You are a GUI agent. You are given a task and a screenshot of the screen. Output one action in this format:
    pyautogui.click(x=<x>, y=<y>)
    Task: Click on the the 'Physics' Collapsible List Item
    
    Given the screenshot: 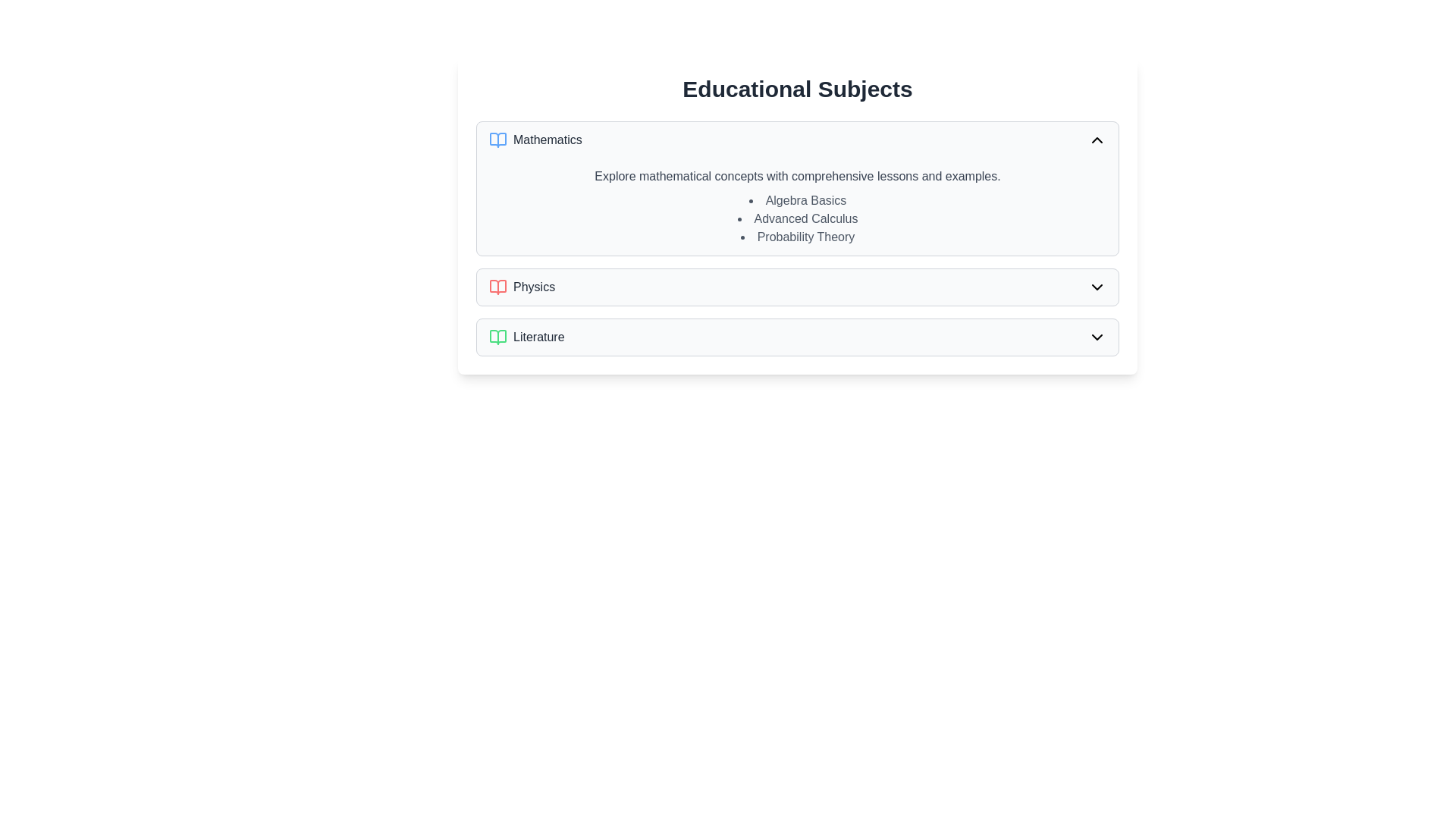 What is the action you would take?
    pyautogui.click(x=796, y=287)
    